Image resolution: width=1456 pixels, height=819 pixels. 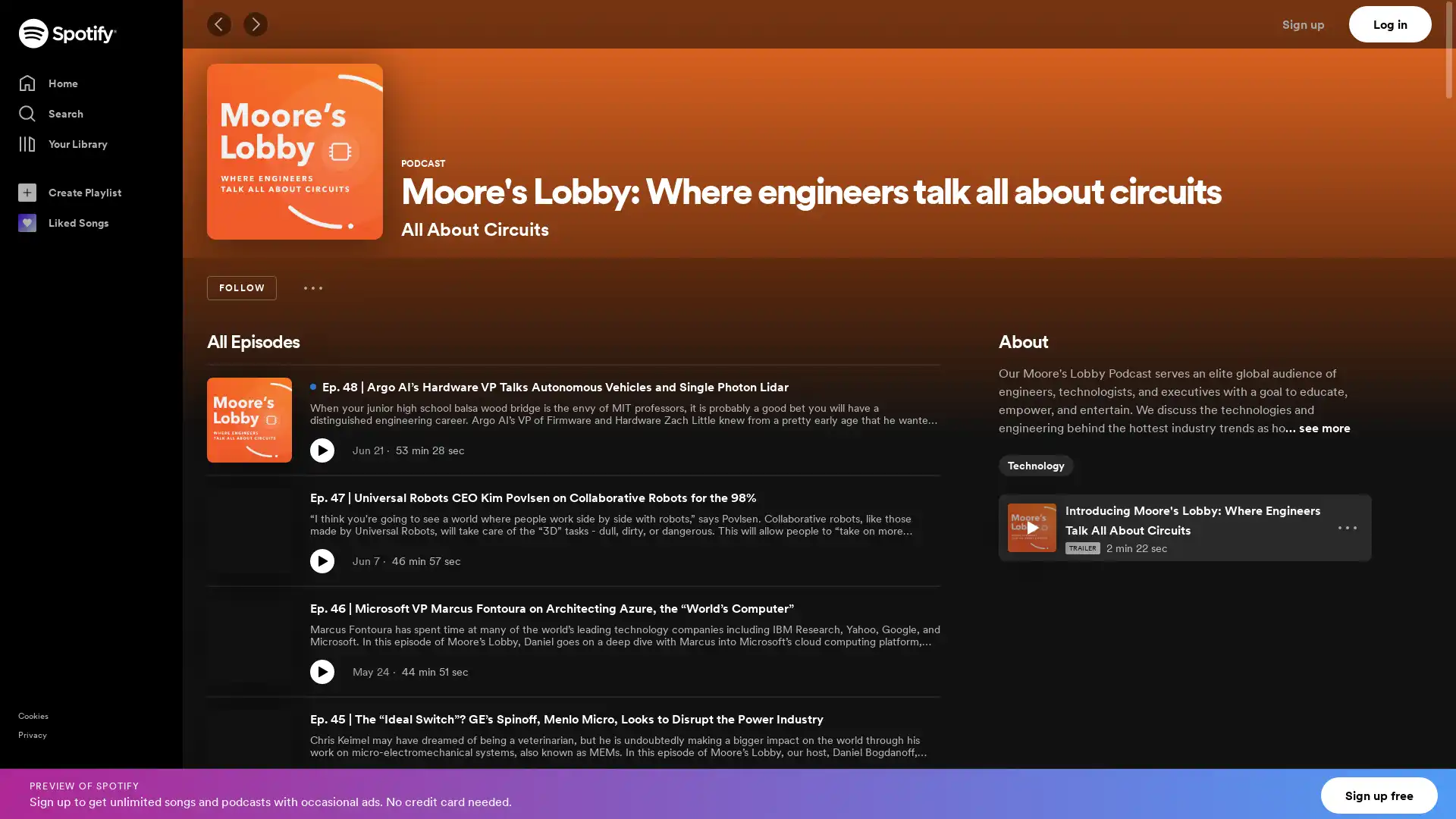 What do you see at coordinates (895, 783) in the screenshot?
I see `Share` at bounding box center [895, 783].